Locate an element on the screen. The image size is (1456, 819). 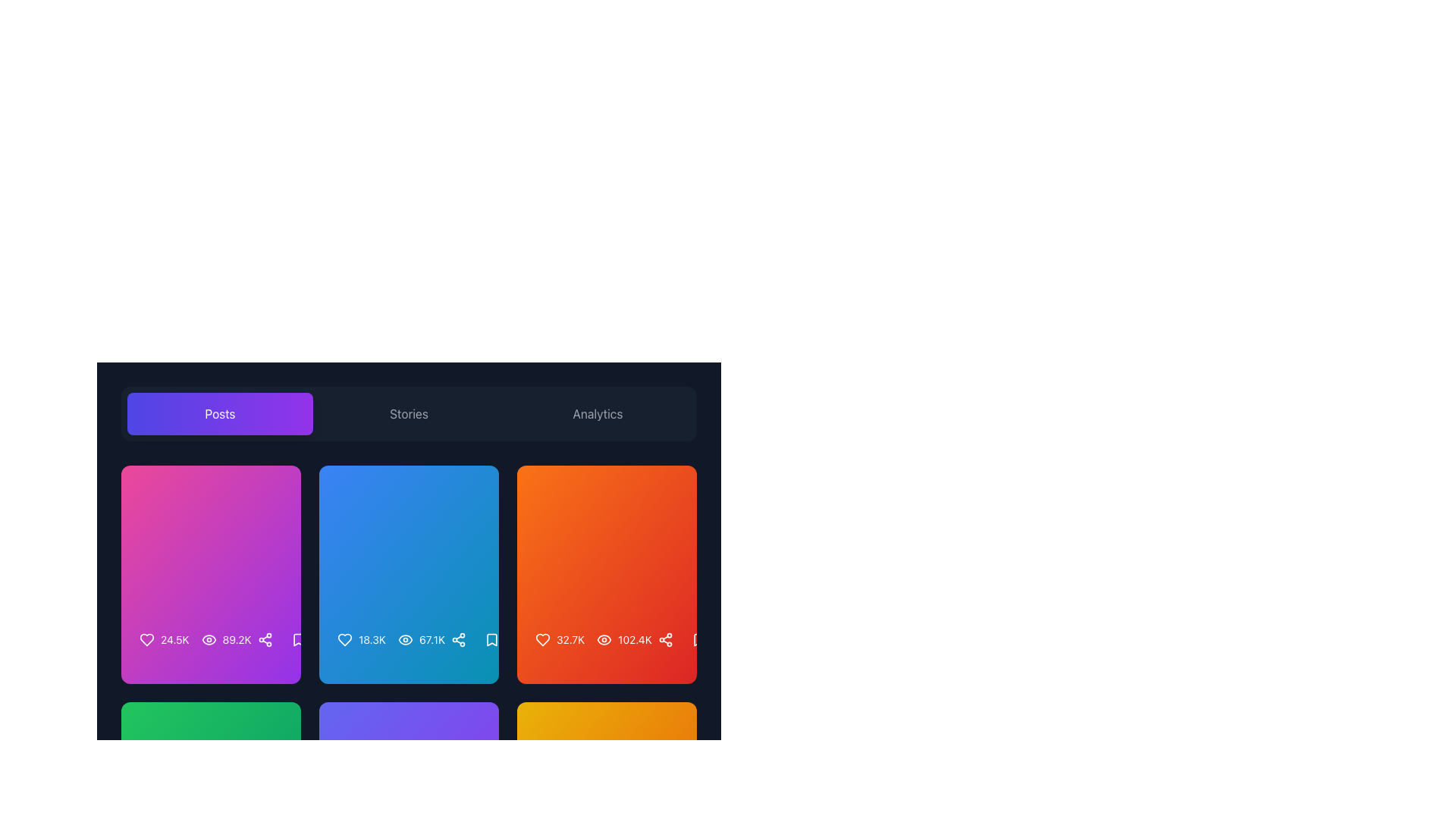
the text label displaying '24.5K' in white color, located in the bottom-left region of the purple-pink gradient card, next to a heart icon and a numerical view count is located at coordinates (174, 640).